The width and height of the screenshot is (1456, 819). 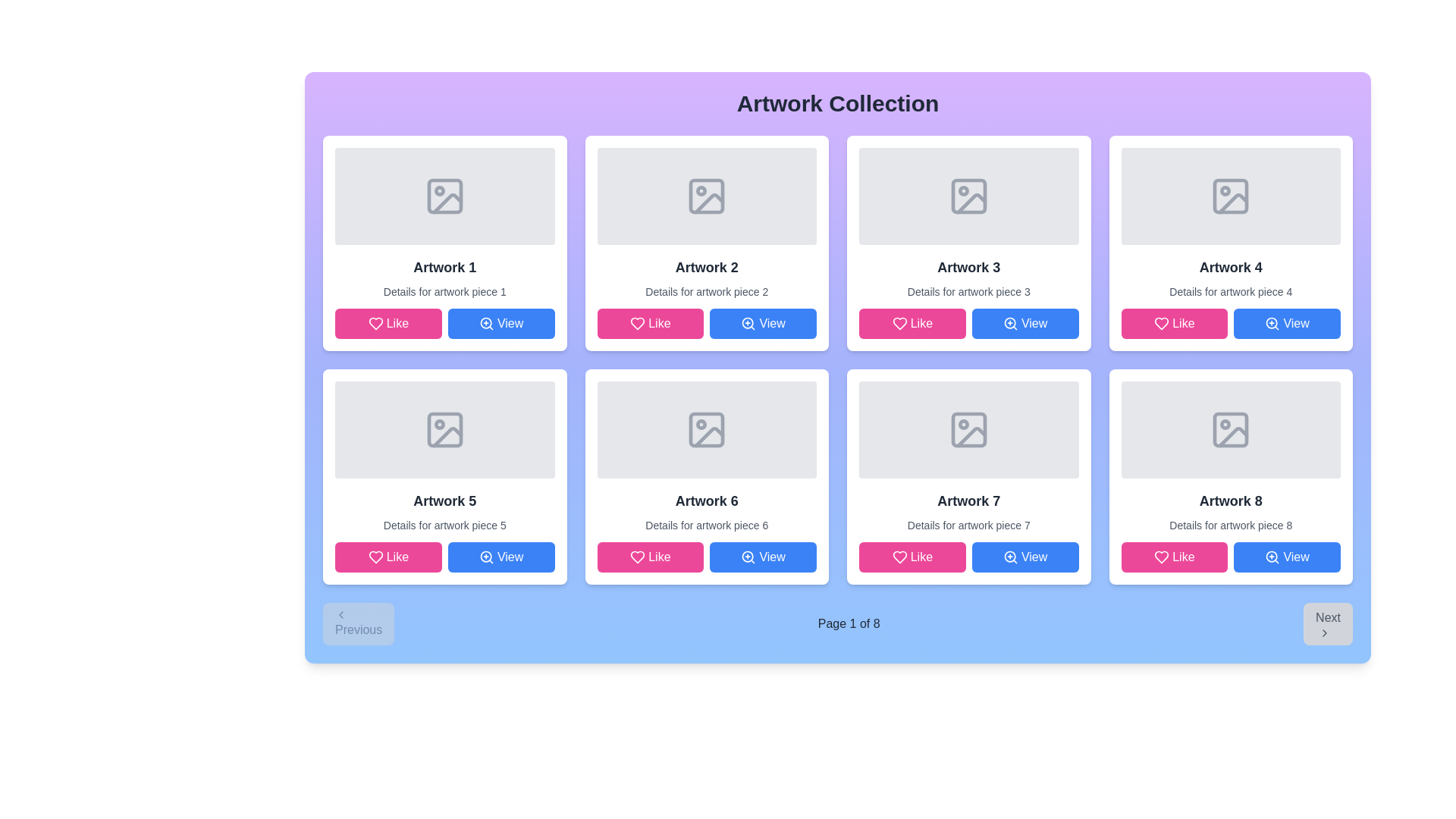 What do you see at coordinates (1161, 557) in the screenshot?
I see `the heart icon within the 'Like' button below the image and text of 'Artwork 8' to indicate approval for the associated content` at bounding box center [1161, 557].